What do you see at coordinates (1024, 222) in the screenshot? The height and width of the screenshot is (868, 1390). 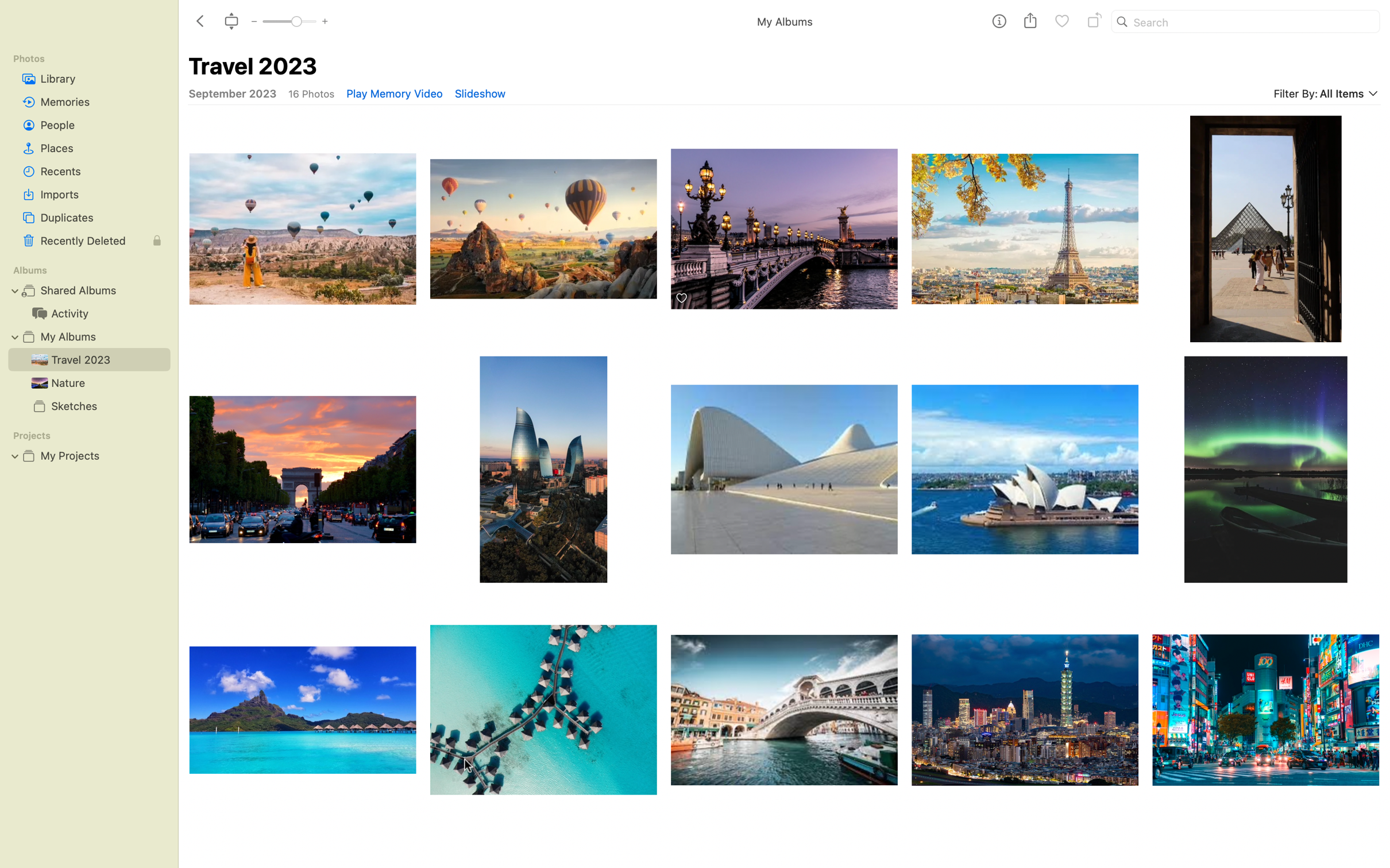 I see `Perform three rotations on the picture of the Louvre` at bounding box center [1024, 222].